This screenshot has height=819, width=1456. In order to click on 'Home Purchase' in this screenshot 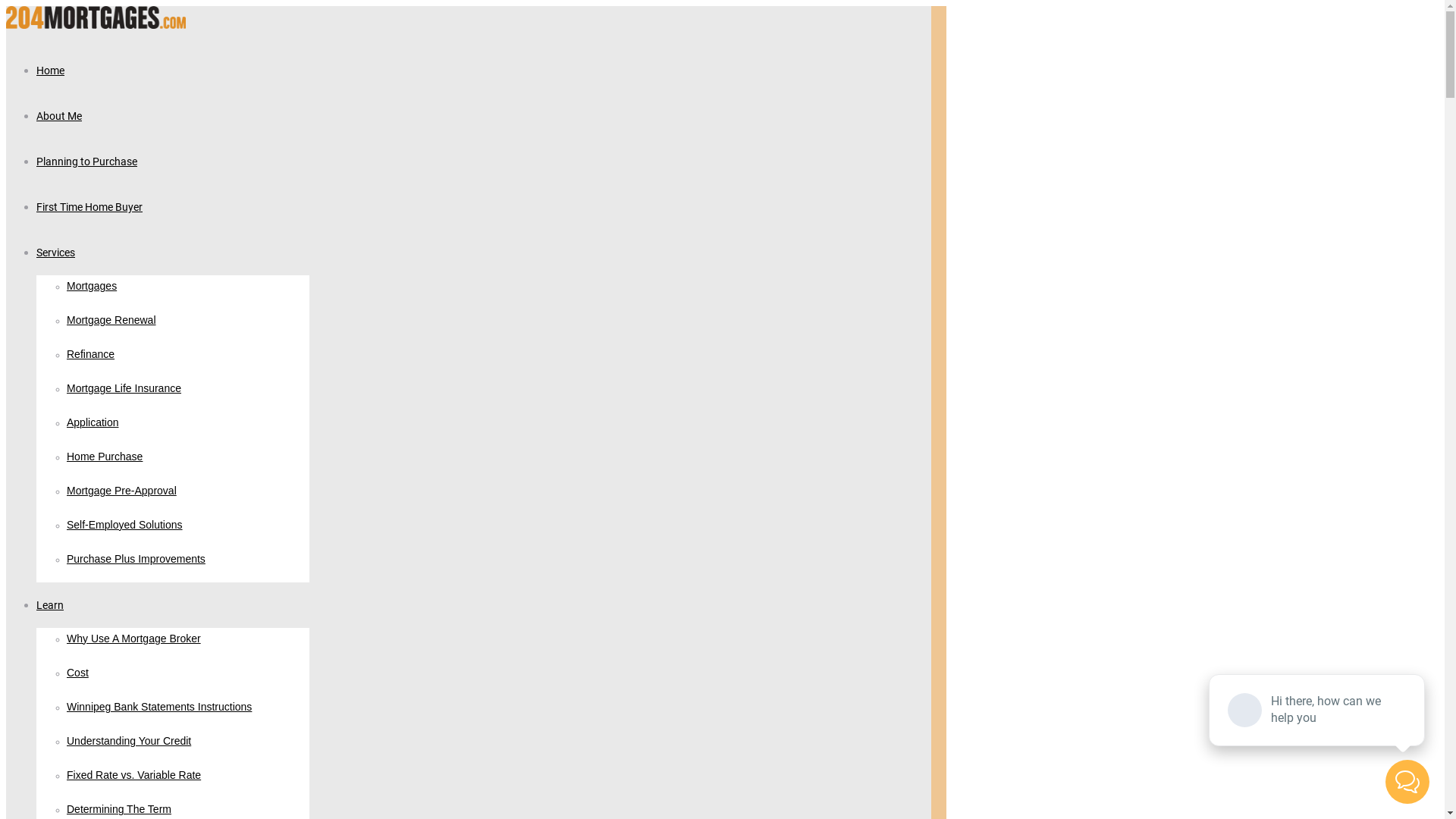, I will do `click(104, 456)`.